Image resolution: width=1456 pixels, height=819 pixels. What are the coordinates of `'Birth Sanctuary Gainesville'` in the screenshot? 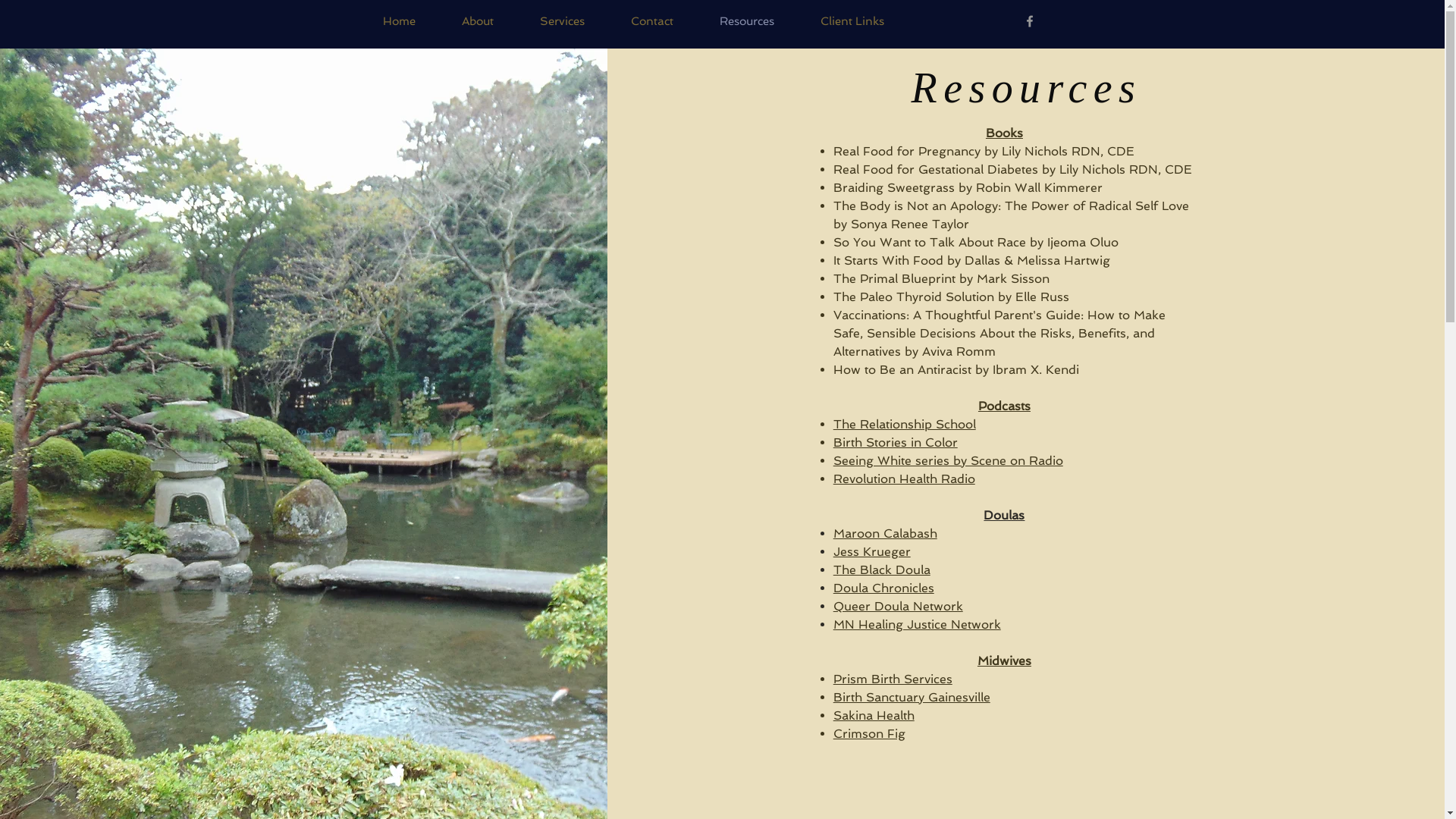 It's located at (911, 697).